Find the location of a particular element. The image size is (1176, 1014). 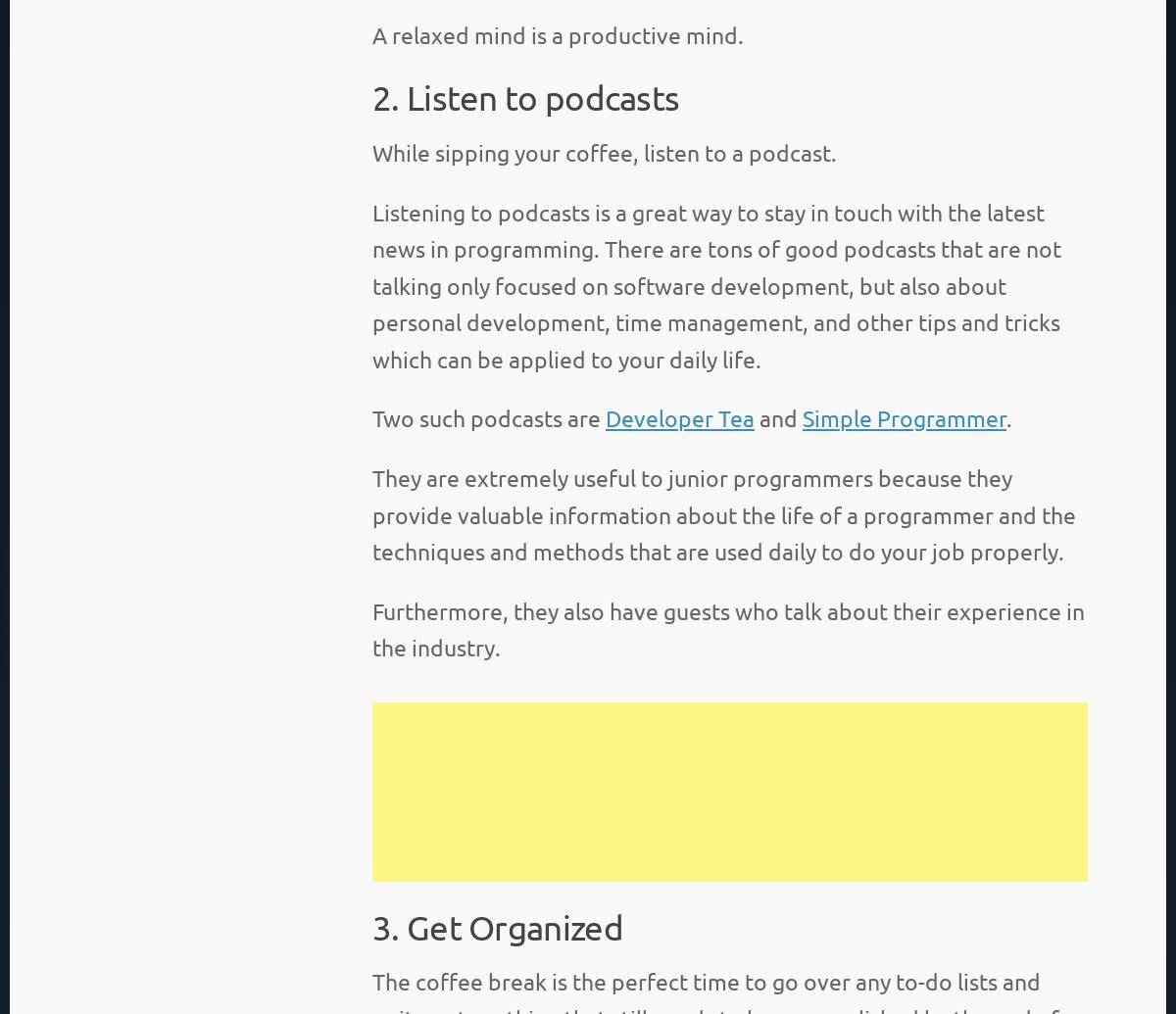

'Listening to podcasts is a great way to stay in touch with the latest news in programming. There are tons of good podcasts that are not talking only focused on software development, but also about personal development, time management, and other tips and tricks which can be applied to your daily life.' is located at coordinates (372, 284).